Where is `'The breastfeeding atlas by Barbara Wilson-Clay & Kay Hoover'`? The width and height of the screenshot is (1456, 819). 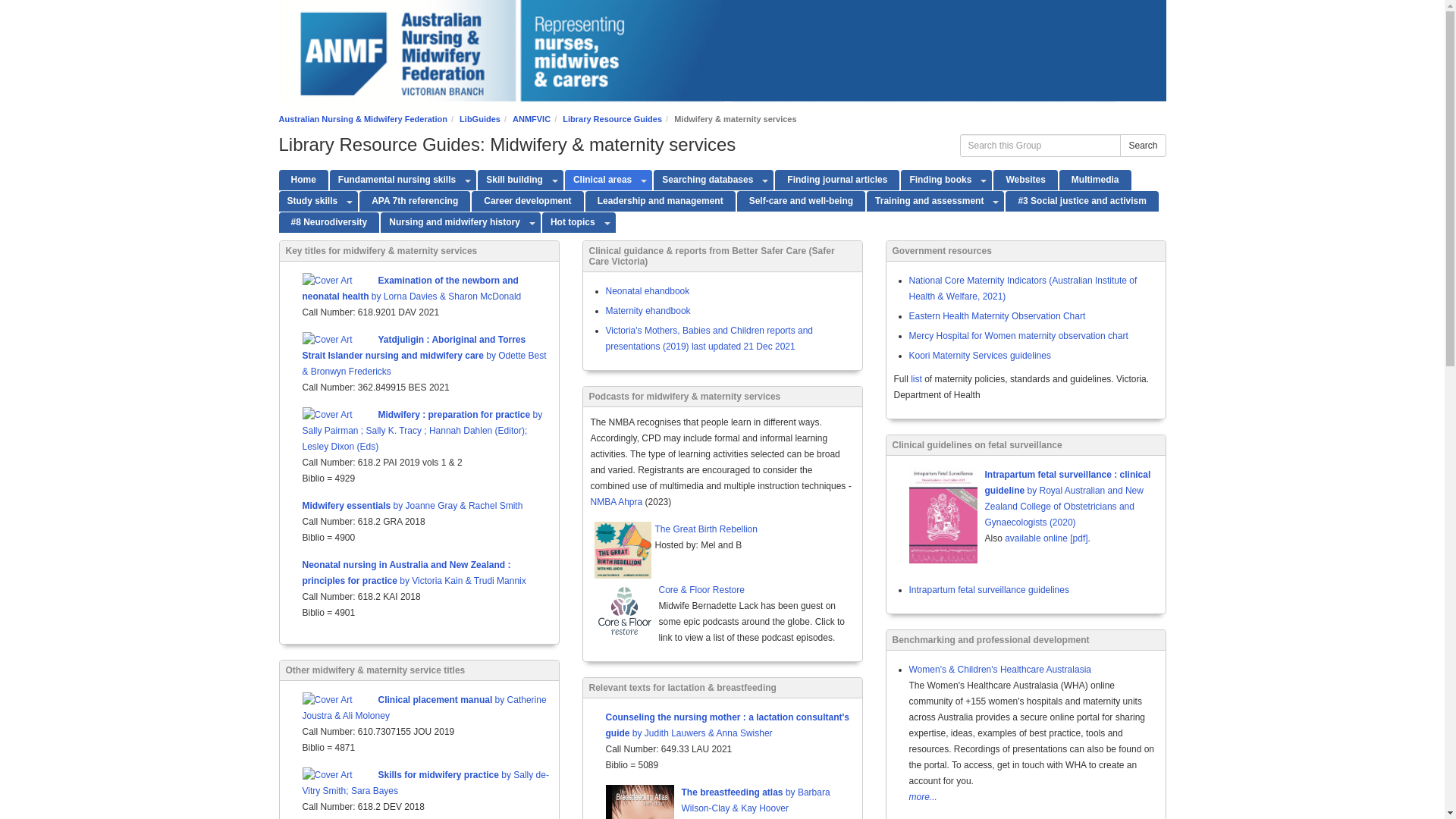
'The breastfeeding atlas by Barbara Wilson-Clay & Kay Hoover' is located at coordinates (755, 799).